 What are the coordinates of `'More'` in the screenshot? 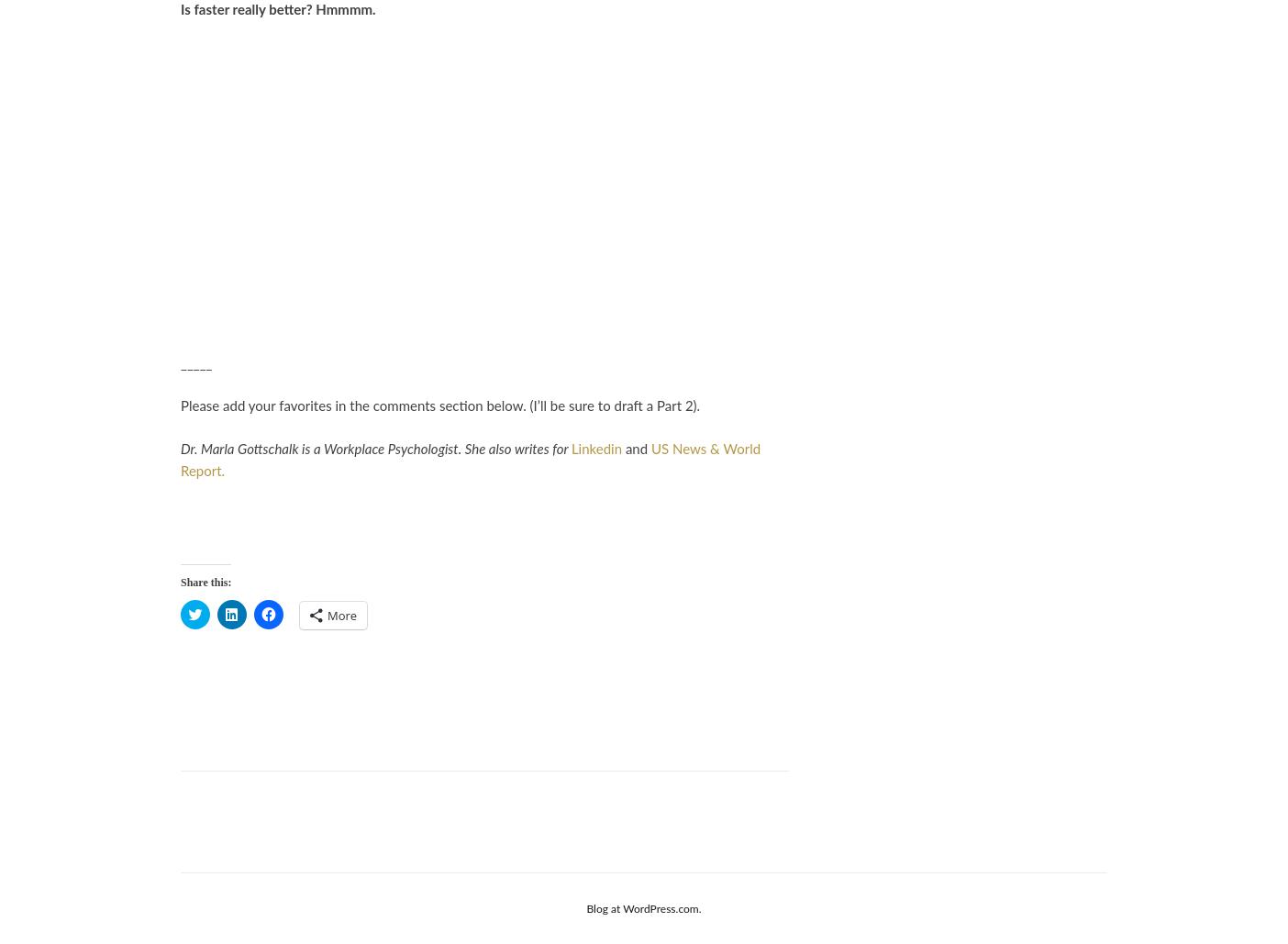 It's located at (340, 615).